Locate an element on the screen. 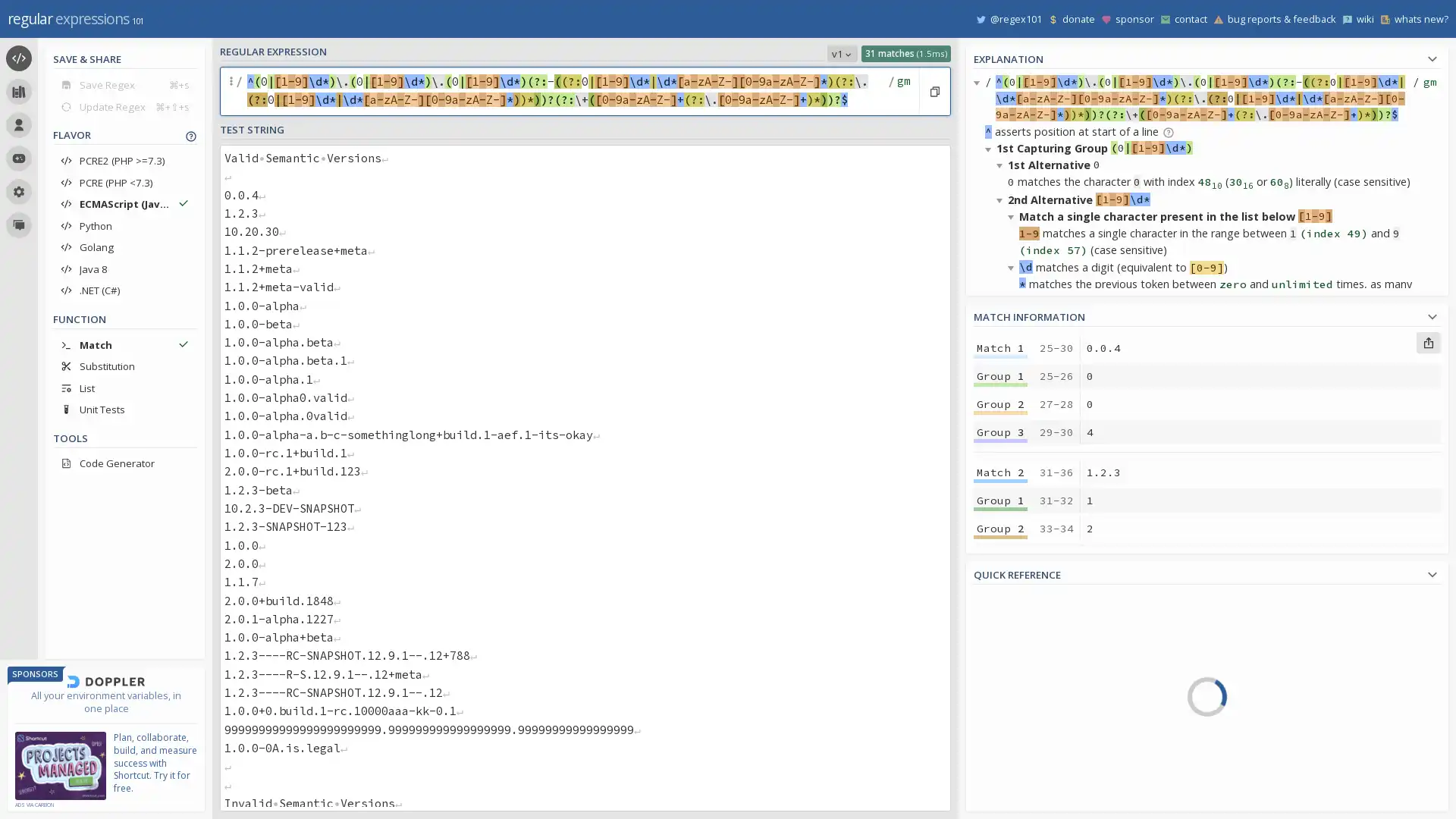 The height and width of the screenshot is (819, 1456). Java 8 is located at coordinates (124, 268).